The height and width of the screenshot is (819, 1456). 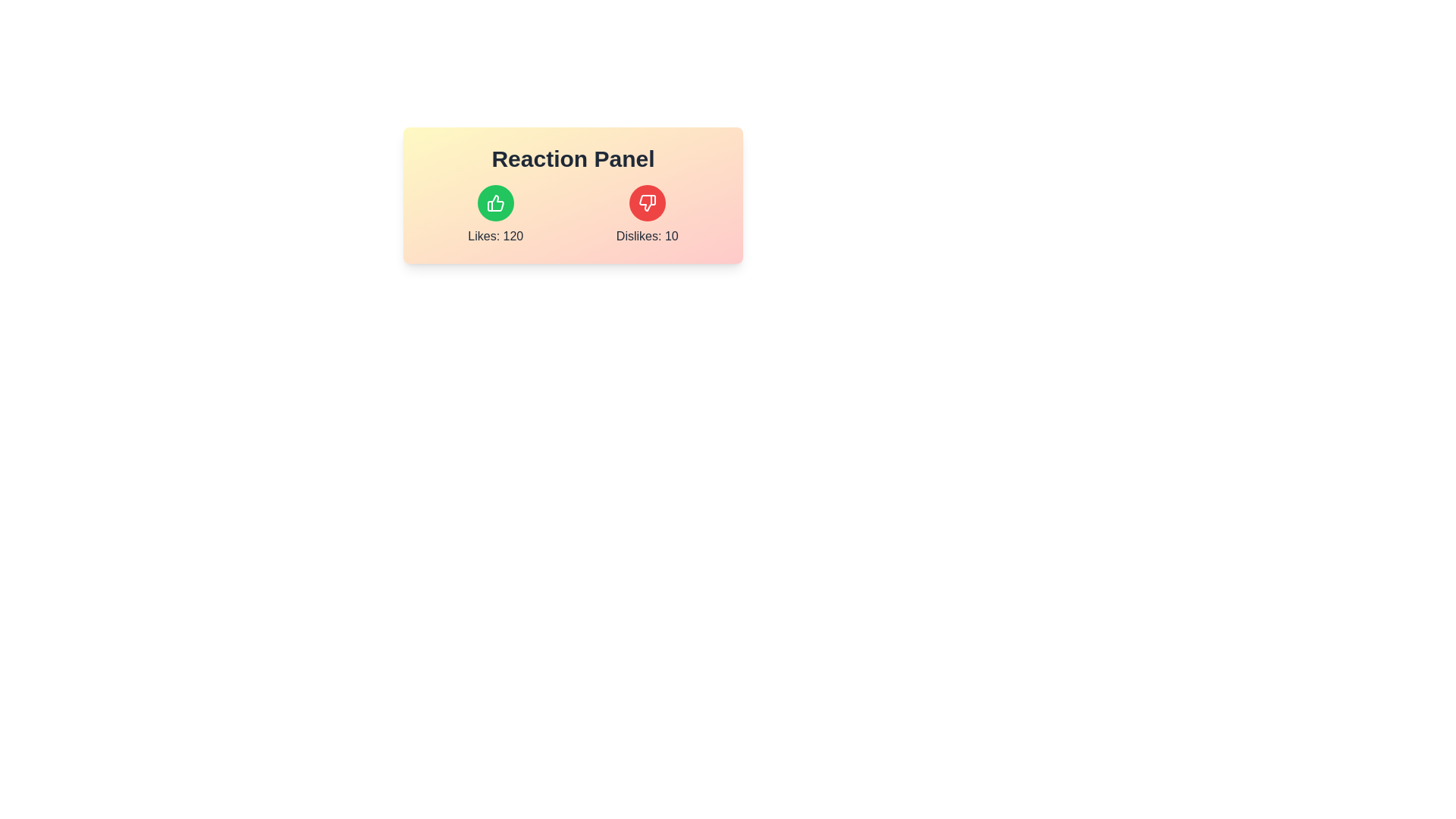 I want to click on the 'Dislike' button located in the 'Reaction Panel', so click(x=647, y=202).